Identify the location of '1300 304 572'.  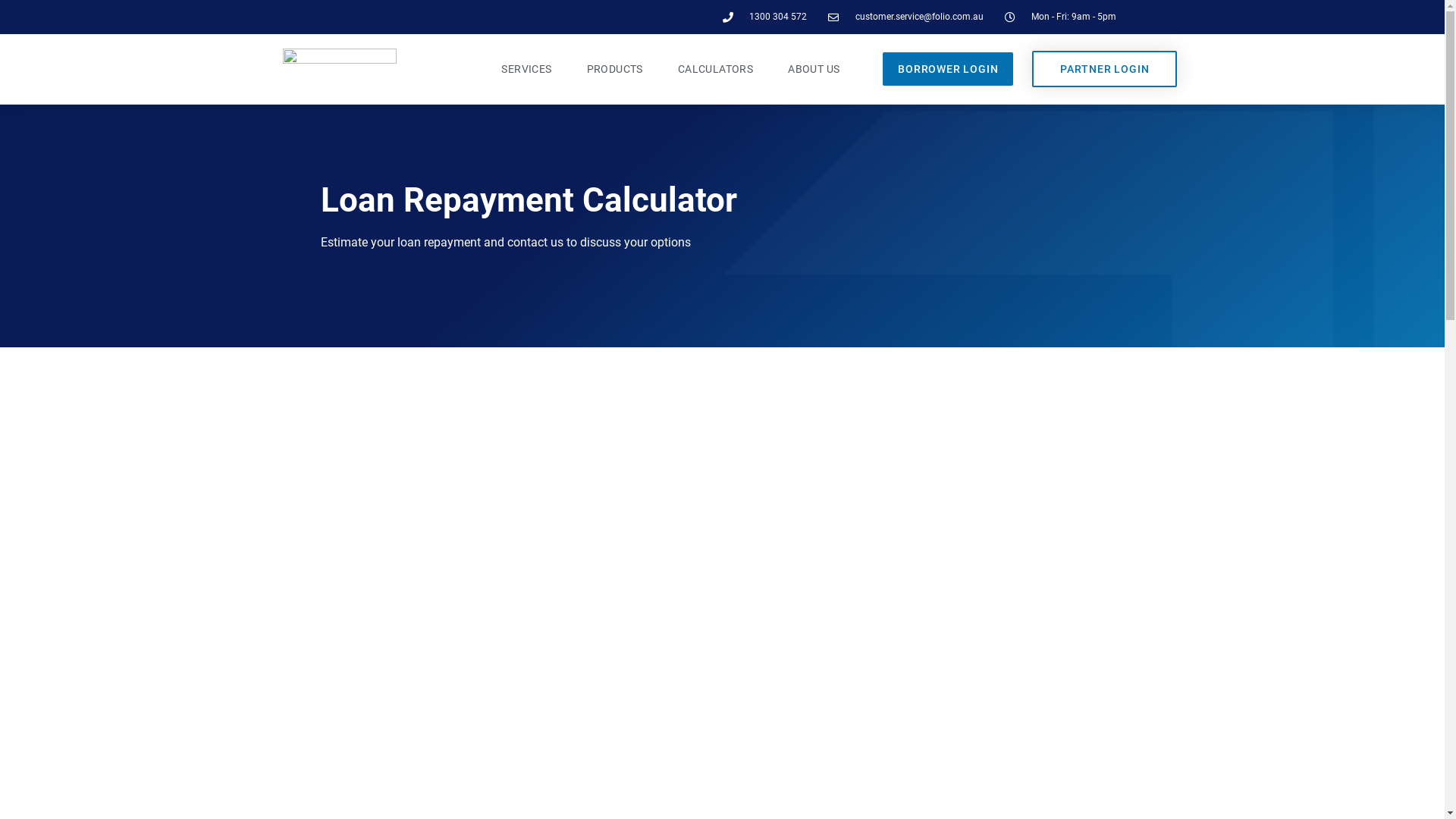
(764, 17).